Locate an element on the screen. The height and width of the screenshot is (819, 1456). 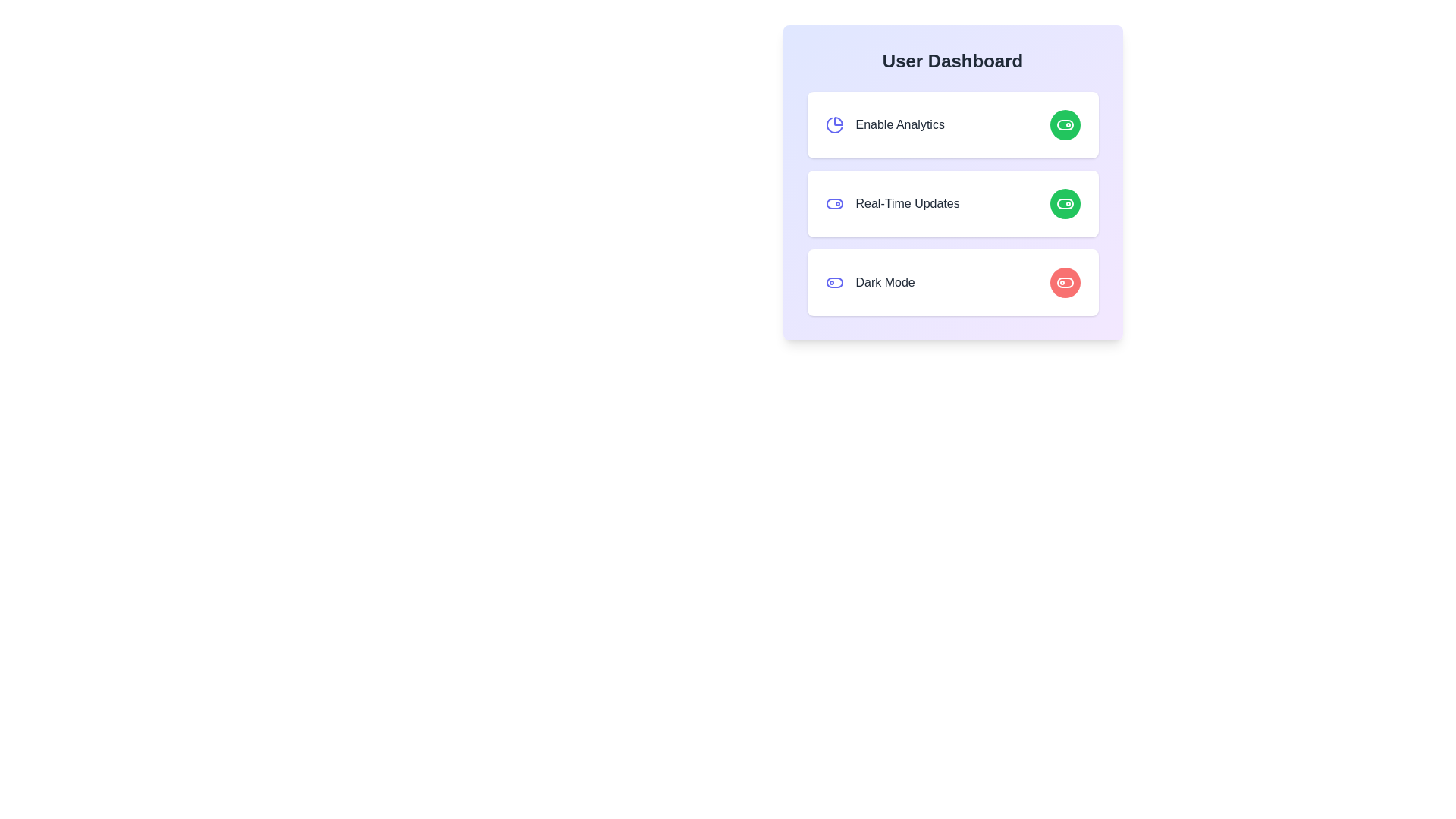
the 'Dark Mode' text label, which is positioned in the lower-most row of options within the 'User Dashboard' card, located to the right of a blue link icon and to the left of a circular red button with an eye symbol is located at coordinates (885, 283).